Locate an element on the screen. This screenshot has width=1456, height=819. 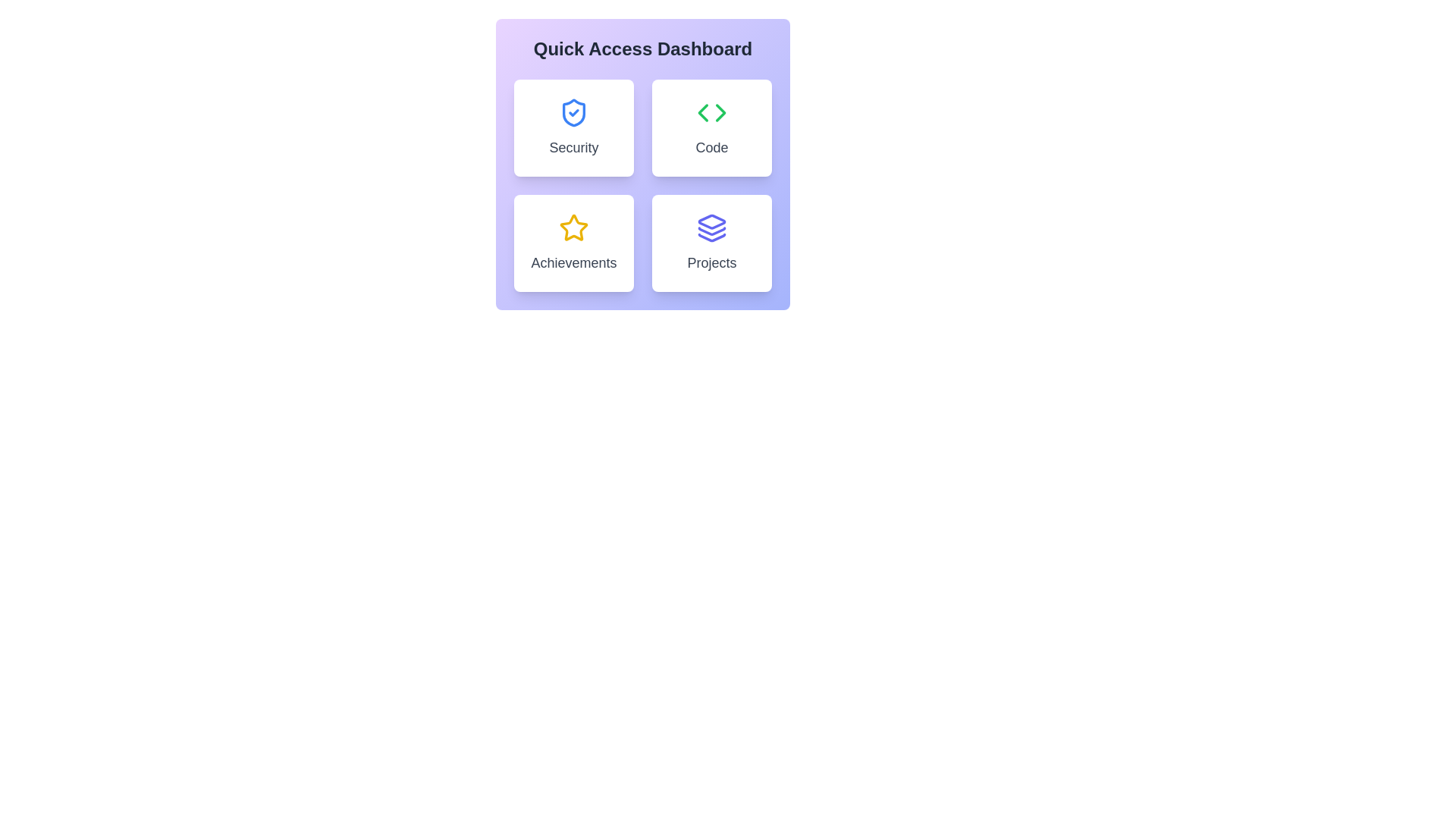
the interactive text label reading 'Code' located at the bottom of the top-right card in the 2x2 grid layout under 'Quick Access Dashboard' is located at coordinates (711, 148).